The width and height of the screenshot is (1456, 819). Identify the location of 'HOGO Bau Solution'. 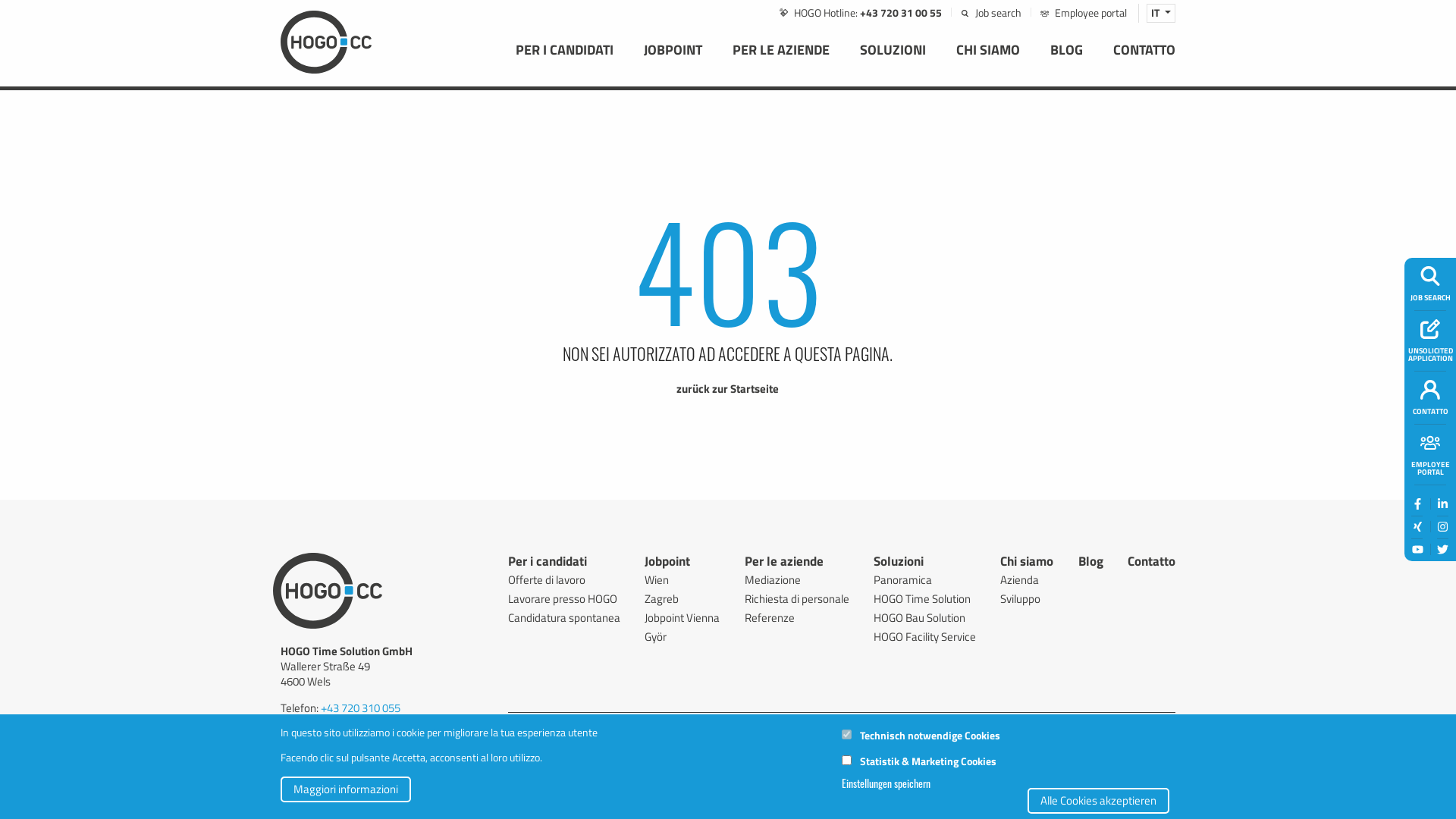
(924, 617).